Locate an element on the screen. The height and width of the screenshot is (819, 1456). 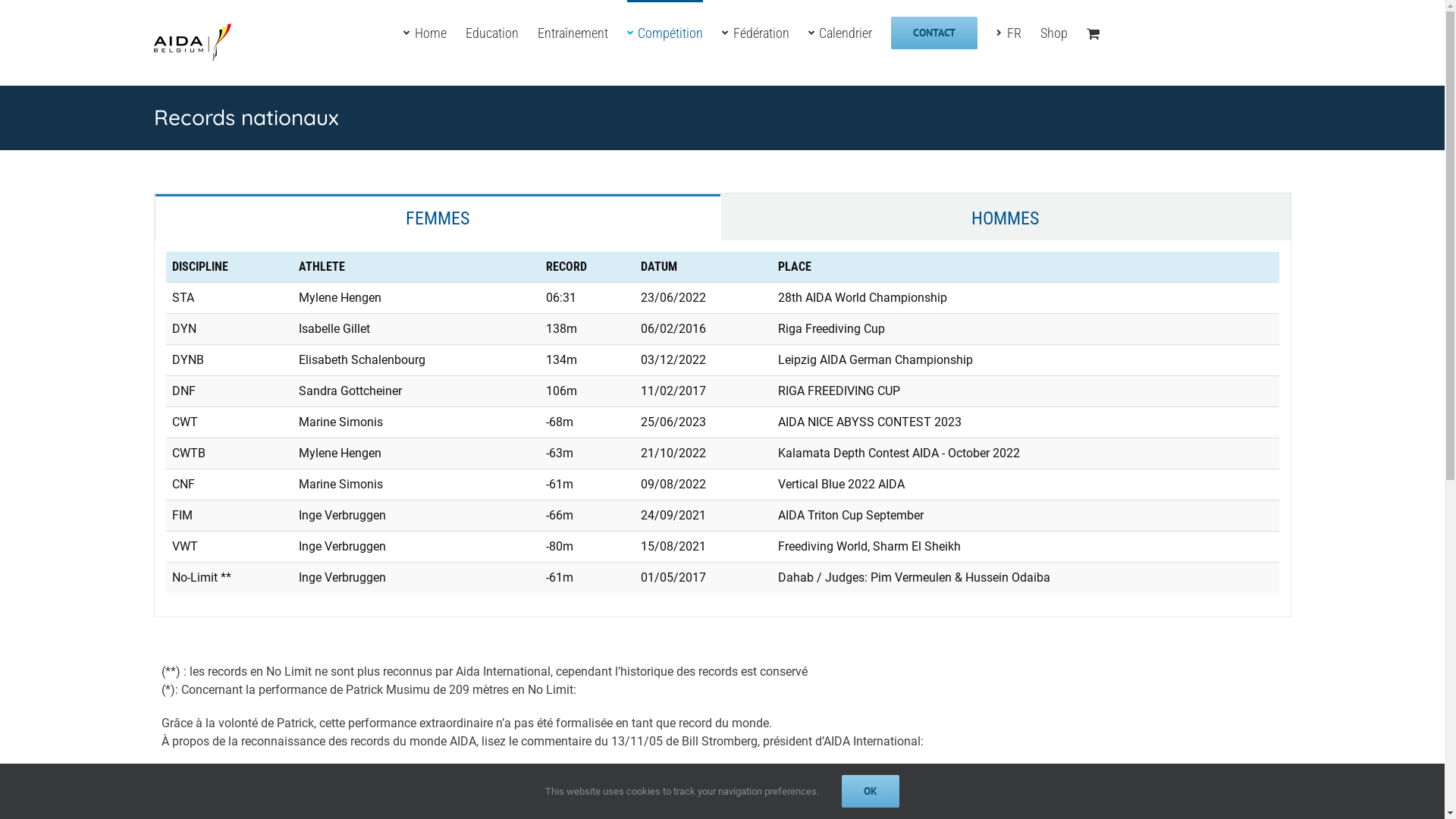
'HOMMES' is located at coordinates (1004, 217).